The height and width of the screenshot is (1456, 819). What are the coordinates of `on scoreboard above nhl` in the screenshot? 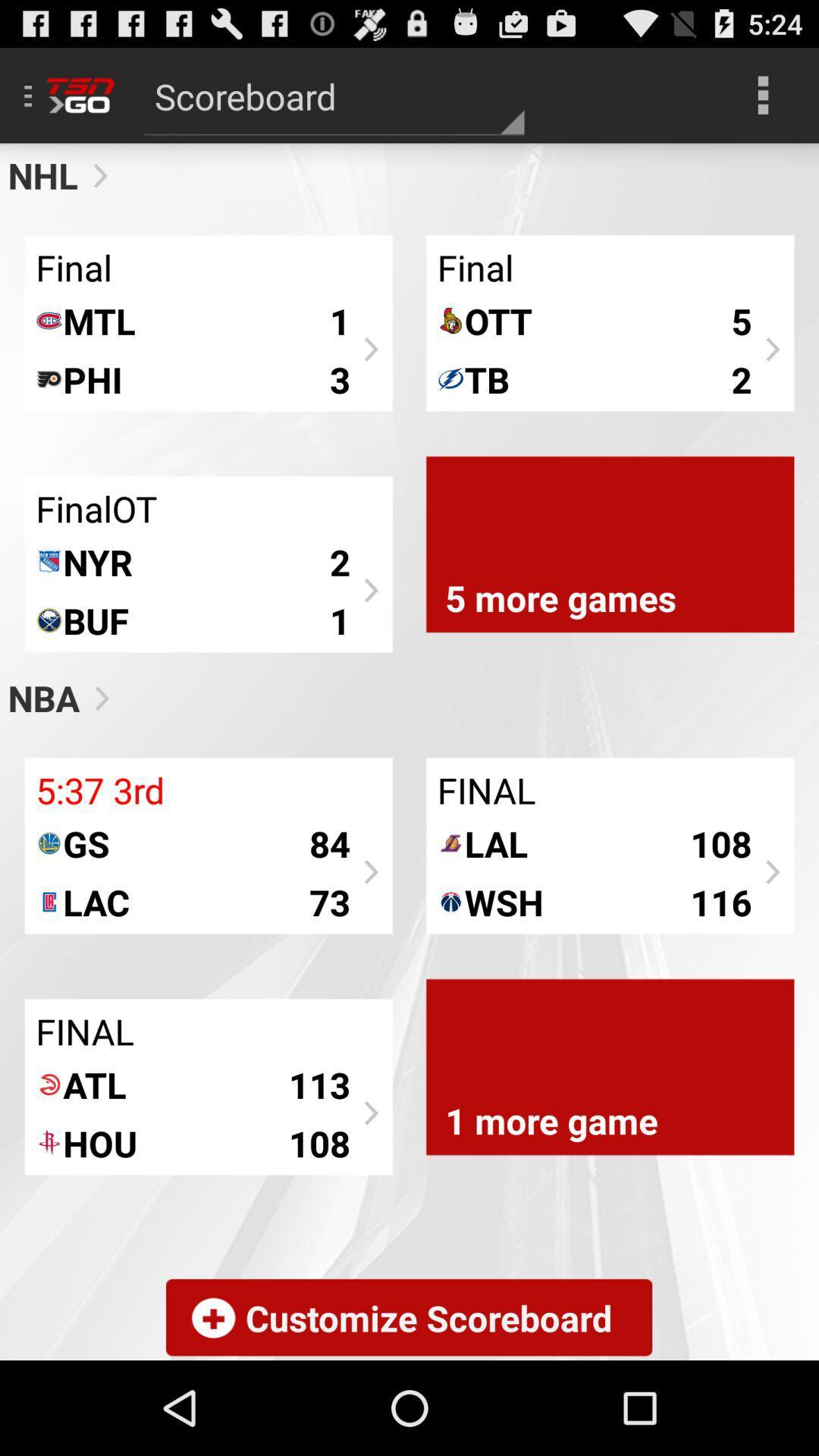 It's located at (333, 94).